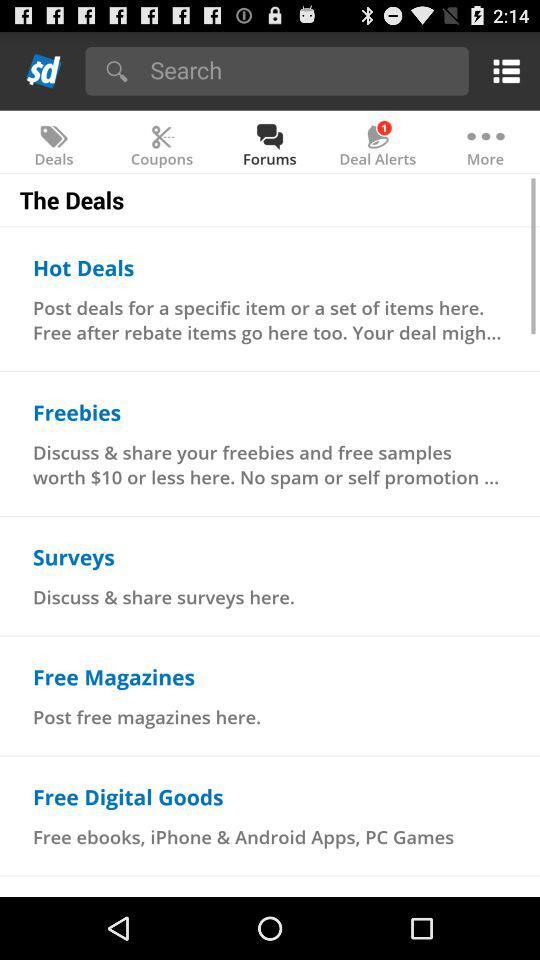 The width and height of the screenshot is (540, 960). Describe the element at coordinates (243, 837) in the screenshot. I see `item below free digital goods icon` at that location.